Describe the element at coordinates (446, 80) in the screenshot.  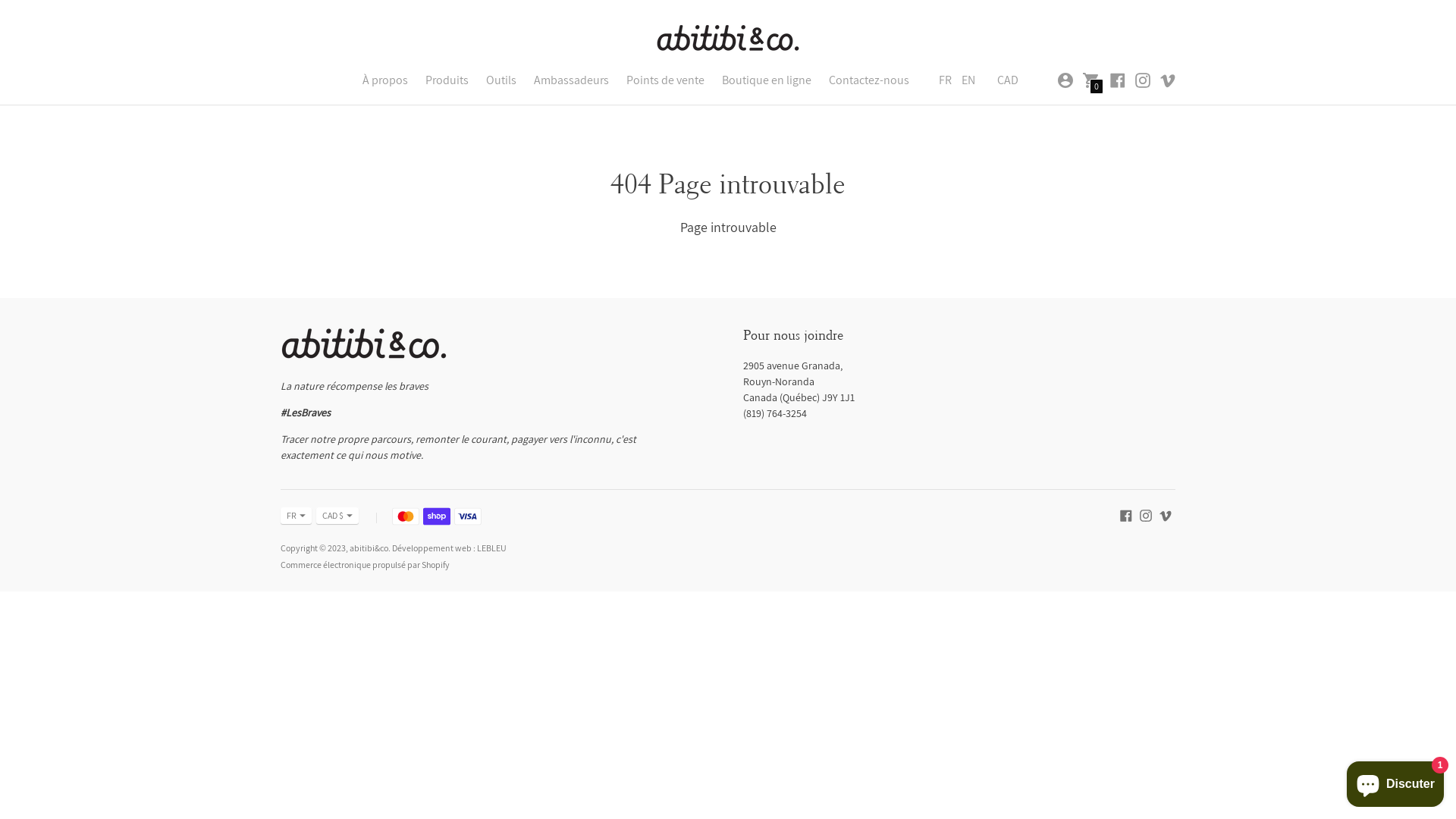
I see `'Produits'` at that location.